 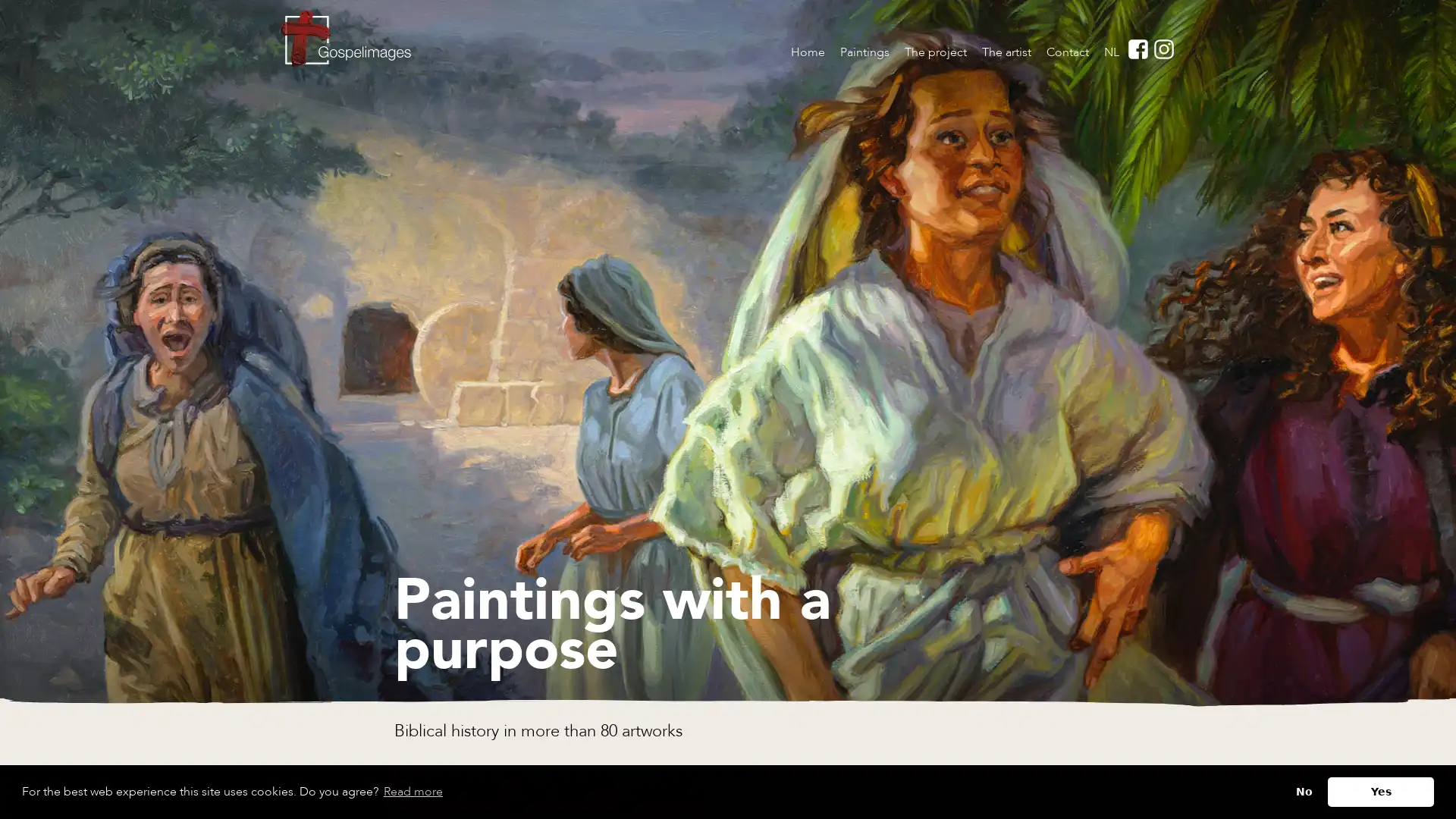 I want to click on allow cookies, so click(x=1380, y=791).